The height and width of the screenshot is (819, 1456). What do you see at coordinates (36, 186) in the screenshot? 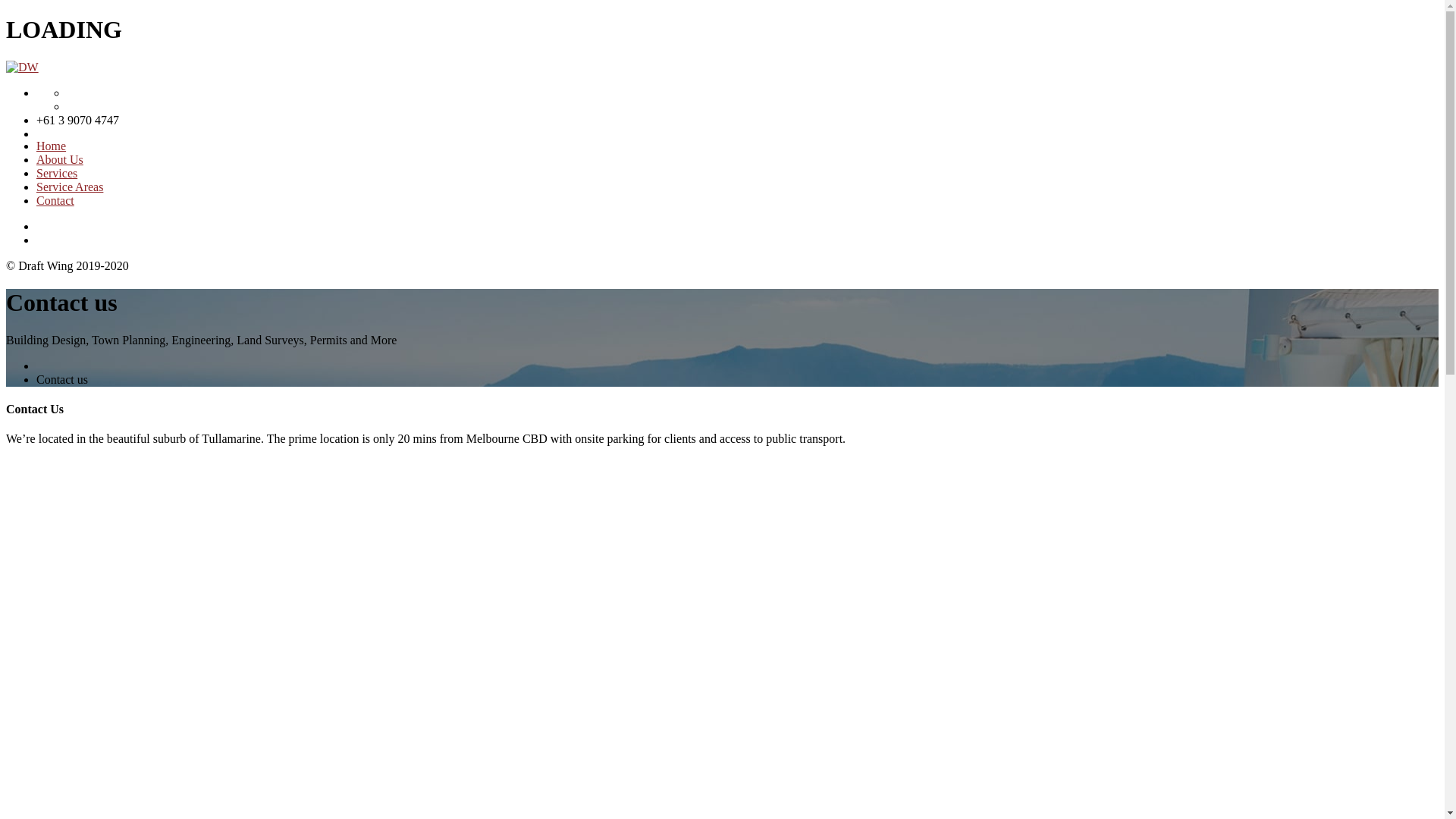
I see `'Service Areas'` at bounding box center [36, 186].